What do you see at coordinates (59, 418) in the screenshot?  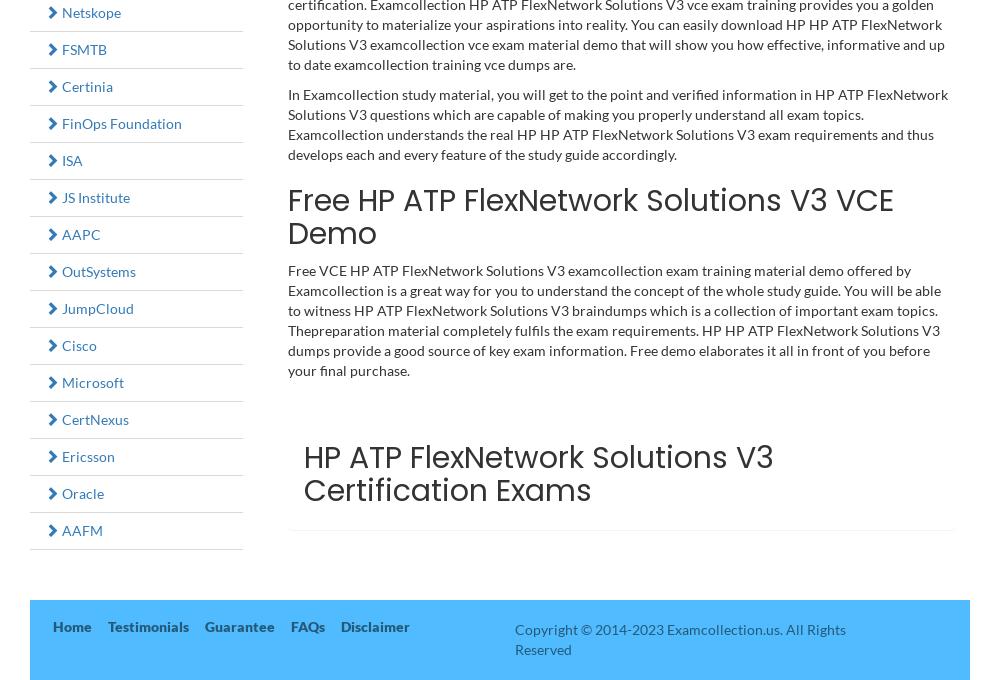 I see `'CertNexus'` at bounding box center [59, 418].